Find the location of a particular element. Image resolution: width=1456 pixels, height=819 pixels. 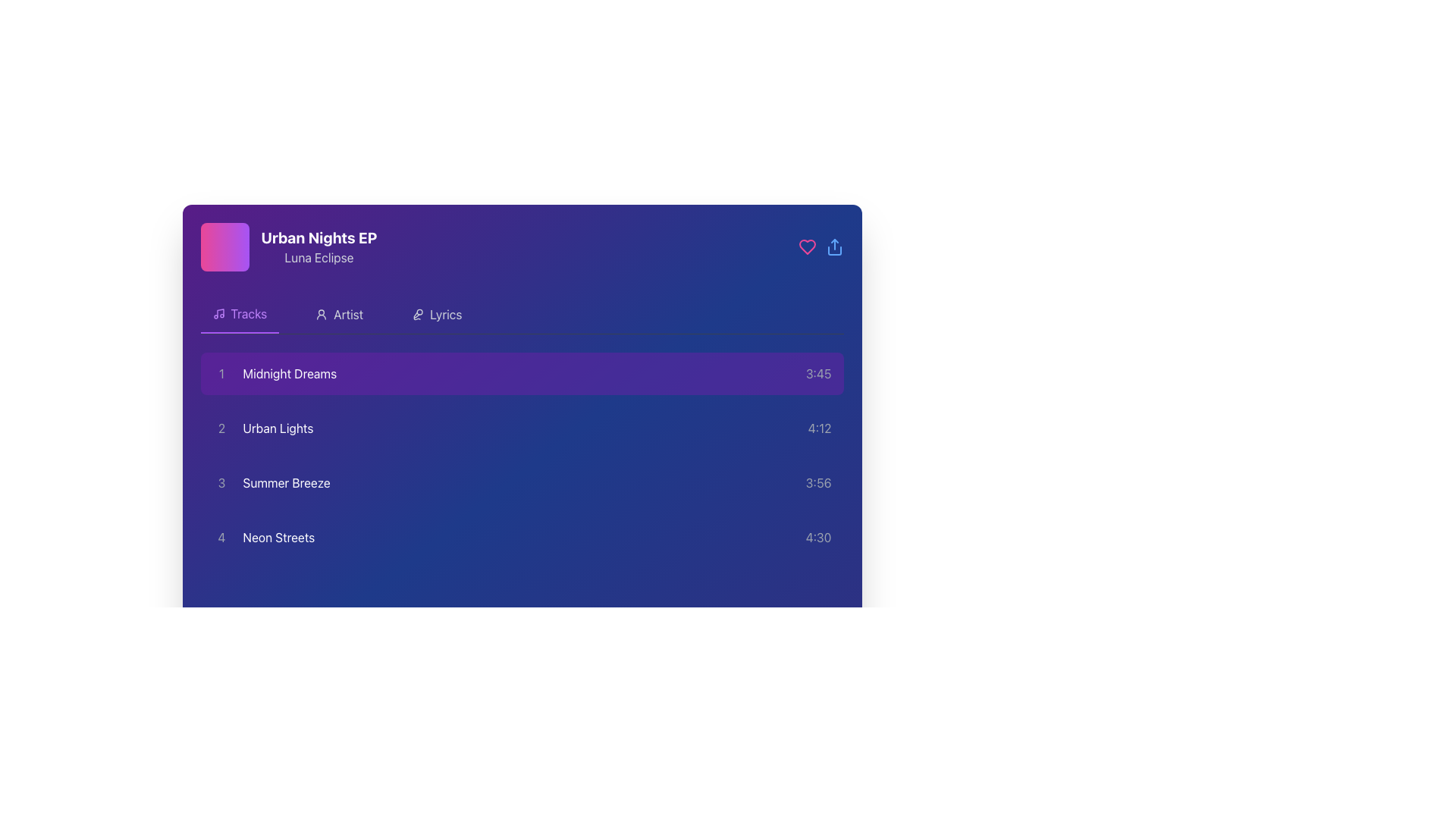

the text label of the third track in the vertical list is located at coordinates (287, 482).